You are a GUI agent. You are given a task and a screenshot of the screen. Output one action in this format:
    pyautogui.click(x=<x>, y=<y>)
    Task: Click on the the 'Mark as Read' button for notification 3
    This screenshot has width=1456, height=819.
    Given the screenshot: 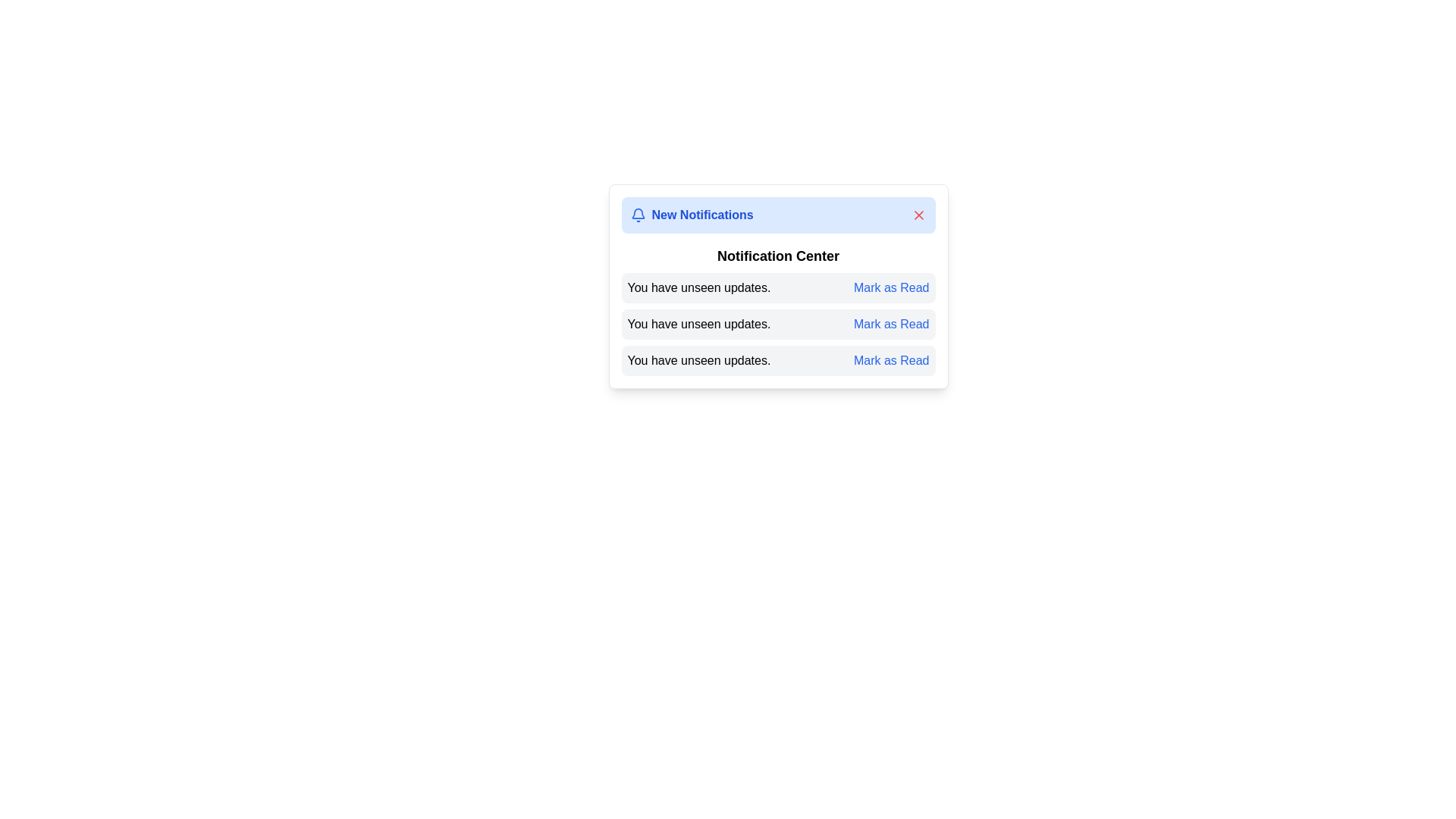 What is the action you would take?
    pyautogui.click(x=891, y=360)
    